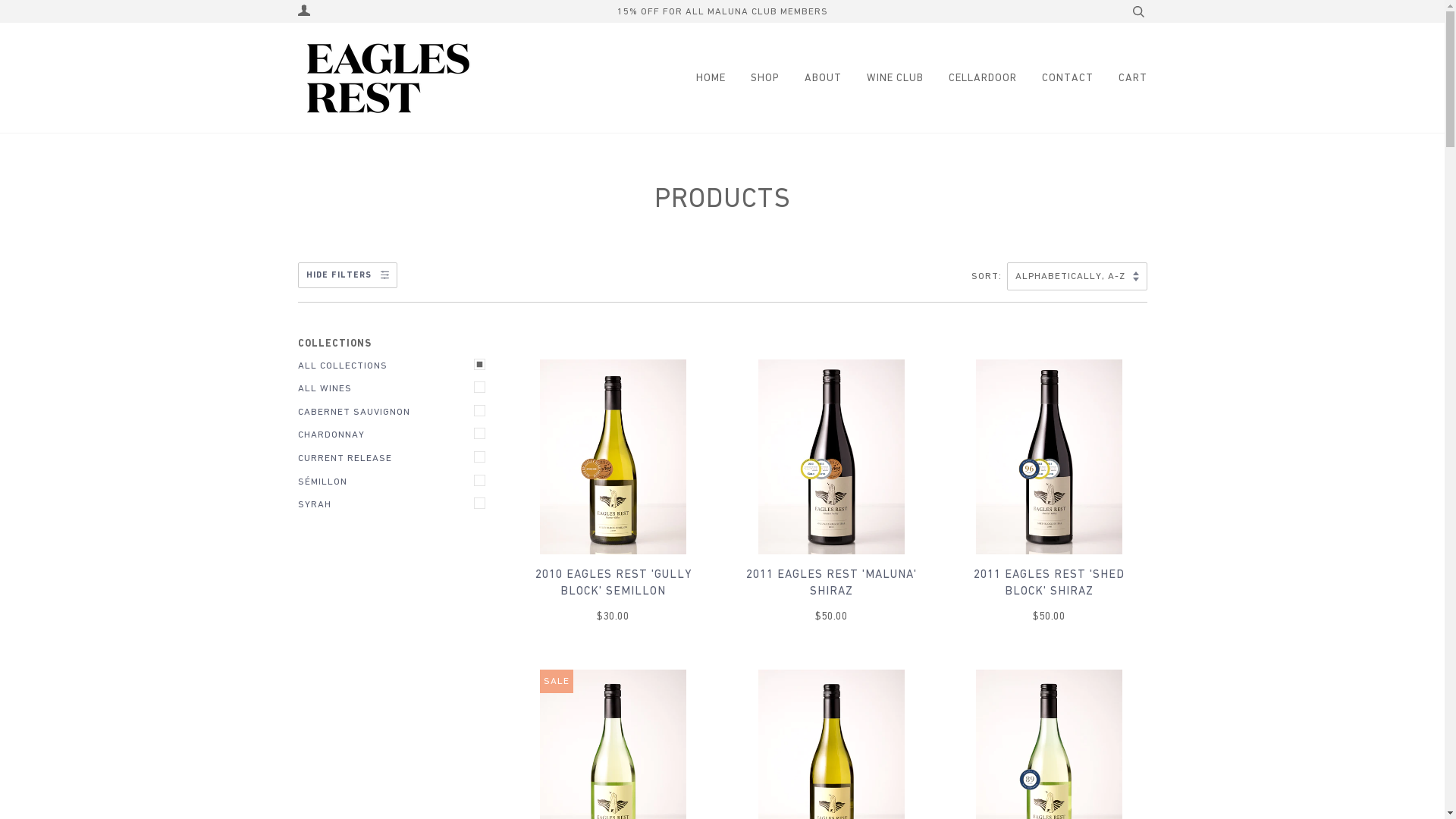 The height and width of the screenshot is (819, 1456). Describe the element at coordinates (706, 77) in the screenshot. I see `'HOME'` at that location.